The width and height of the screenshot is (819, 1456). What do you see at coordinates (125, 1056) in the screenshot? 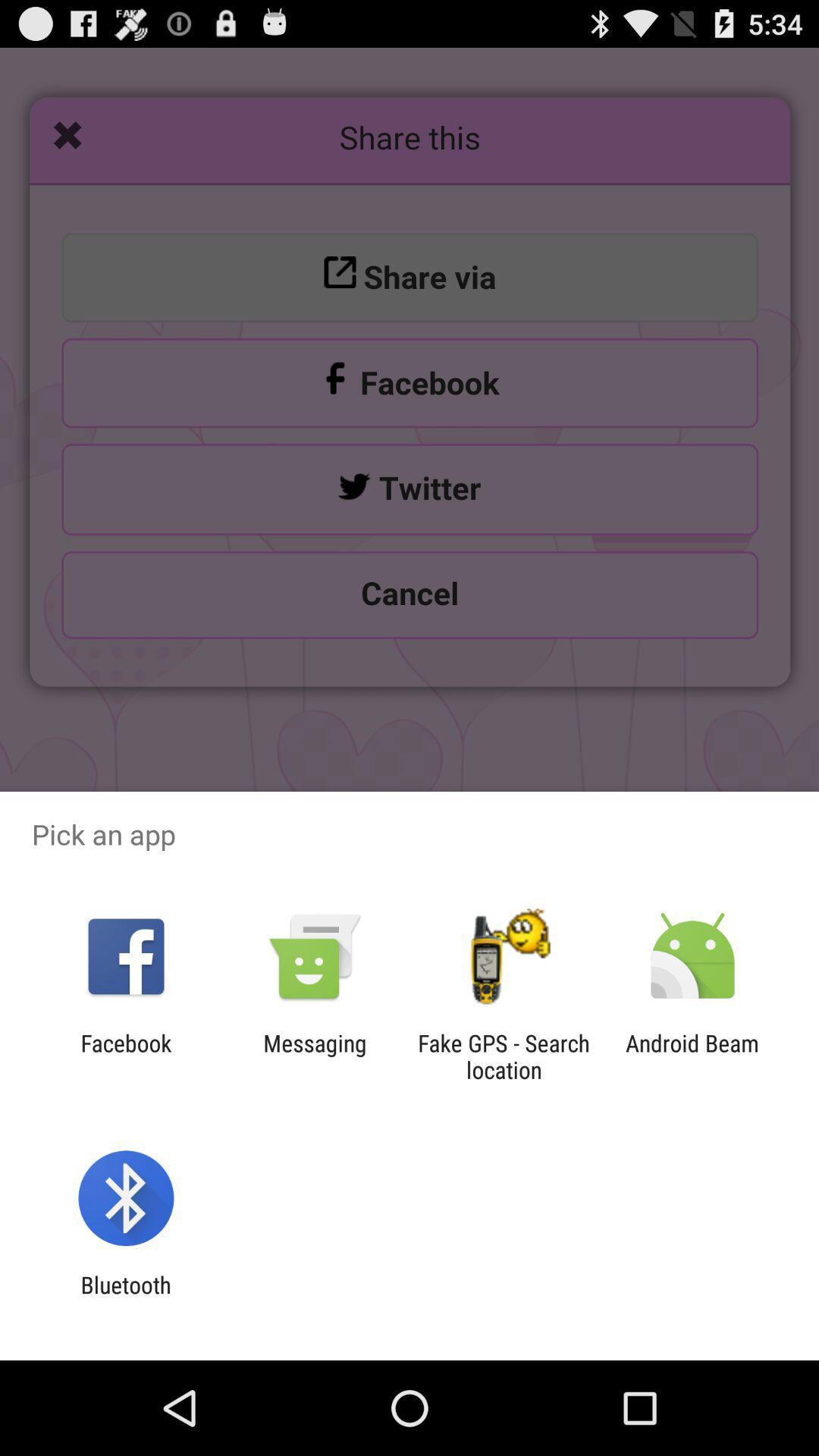
I see `the facebook icon` at bounding box center [125, 1056].